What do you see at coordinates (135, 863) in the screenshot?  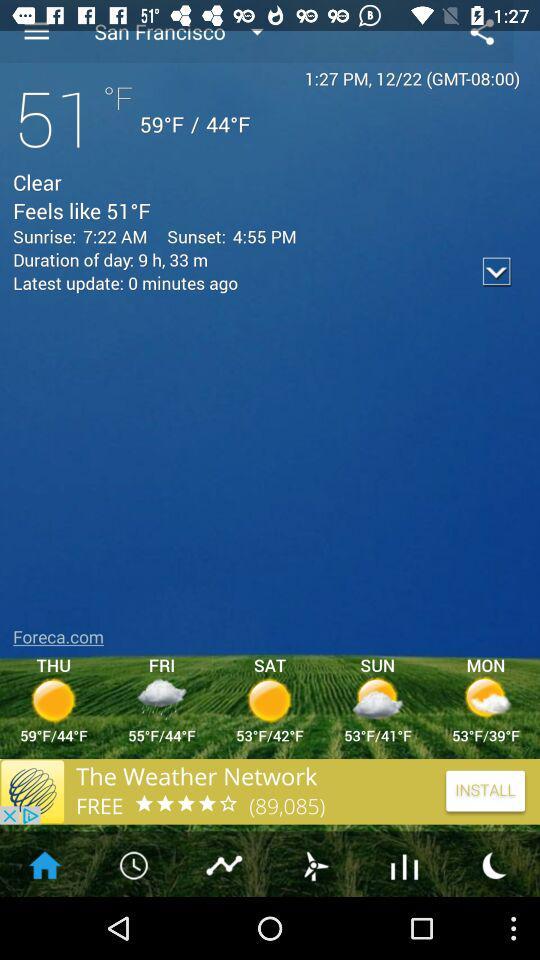 I see `the icon at right side of home icon` at bounding box center [135, 863].